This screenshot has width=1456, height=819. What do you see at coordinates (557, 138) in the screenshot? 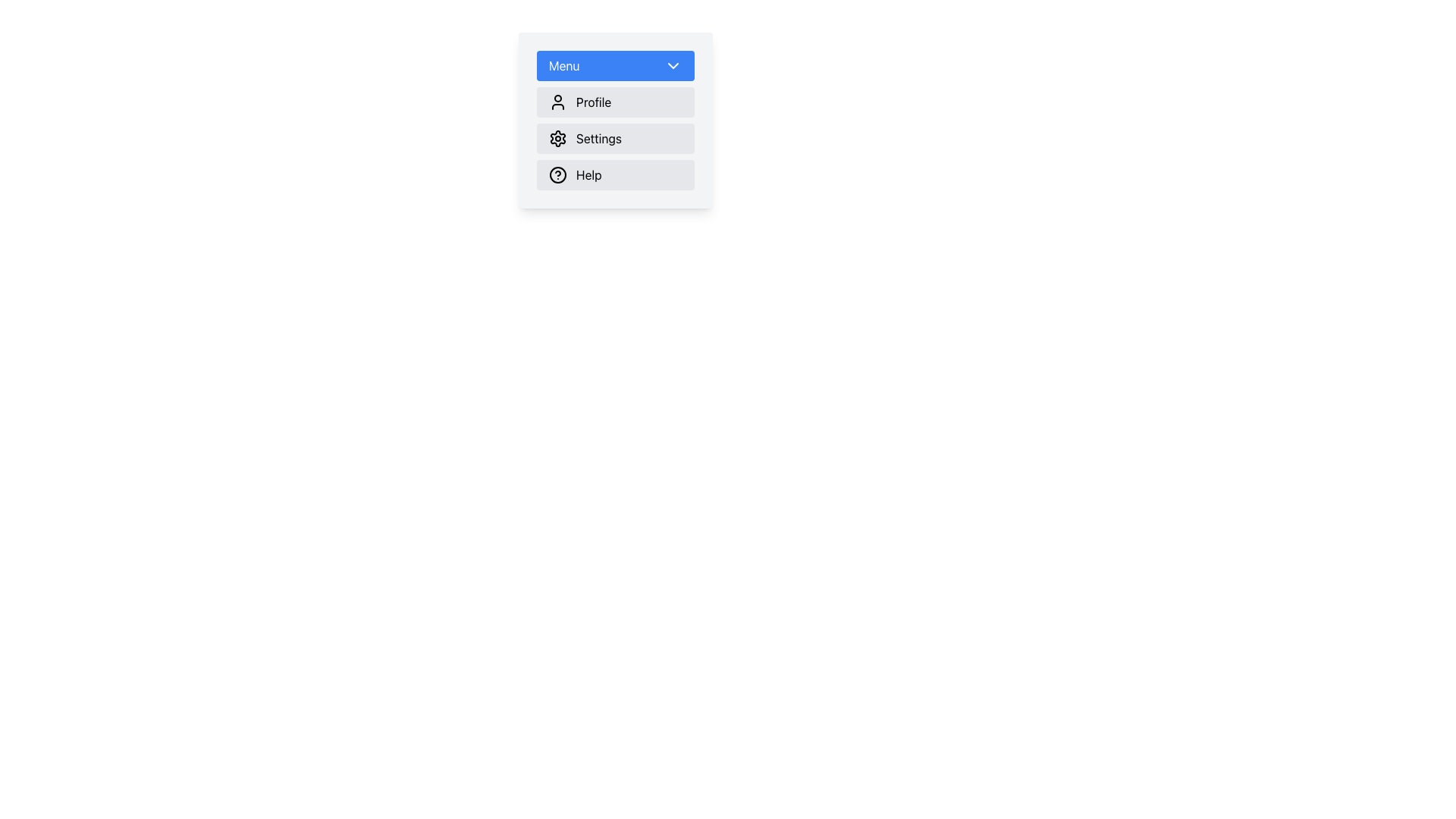
I see `the gear icon located next to the 'Settings' label in the dropdown menu to interact with it` at bounding box center [557, 138].